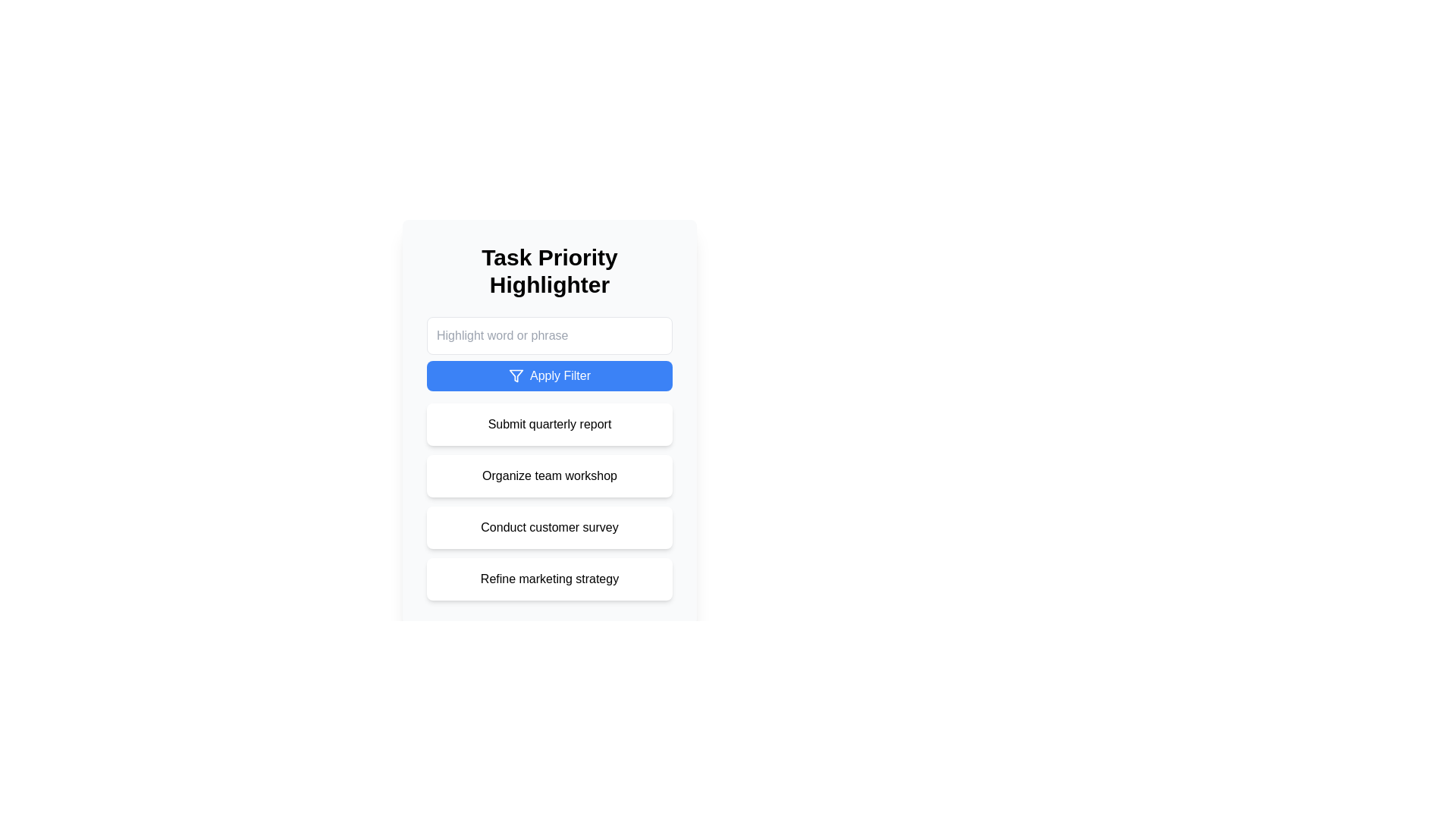 This screenshot has height=819, width=1456. I want to click on the decorative filter icon located to the left of the 'Apply Filter' text within the blue button, so click(516, 375).